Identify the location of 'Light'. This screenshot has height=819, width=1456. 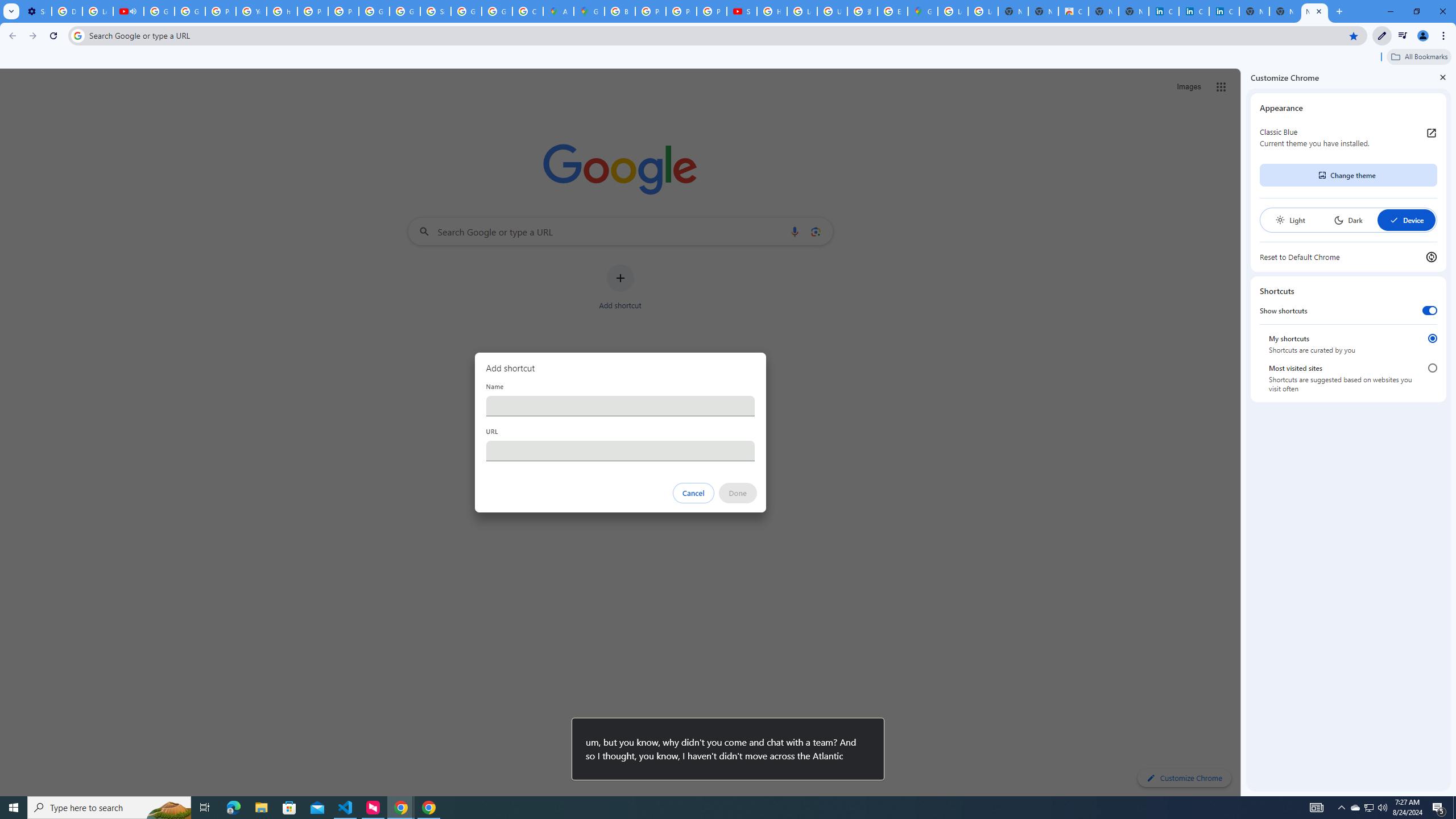
(1289, 220).